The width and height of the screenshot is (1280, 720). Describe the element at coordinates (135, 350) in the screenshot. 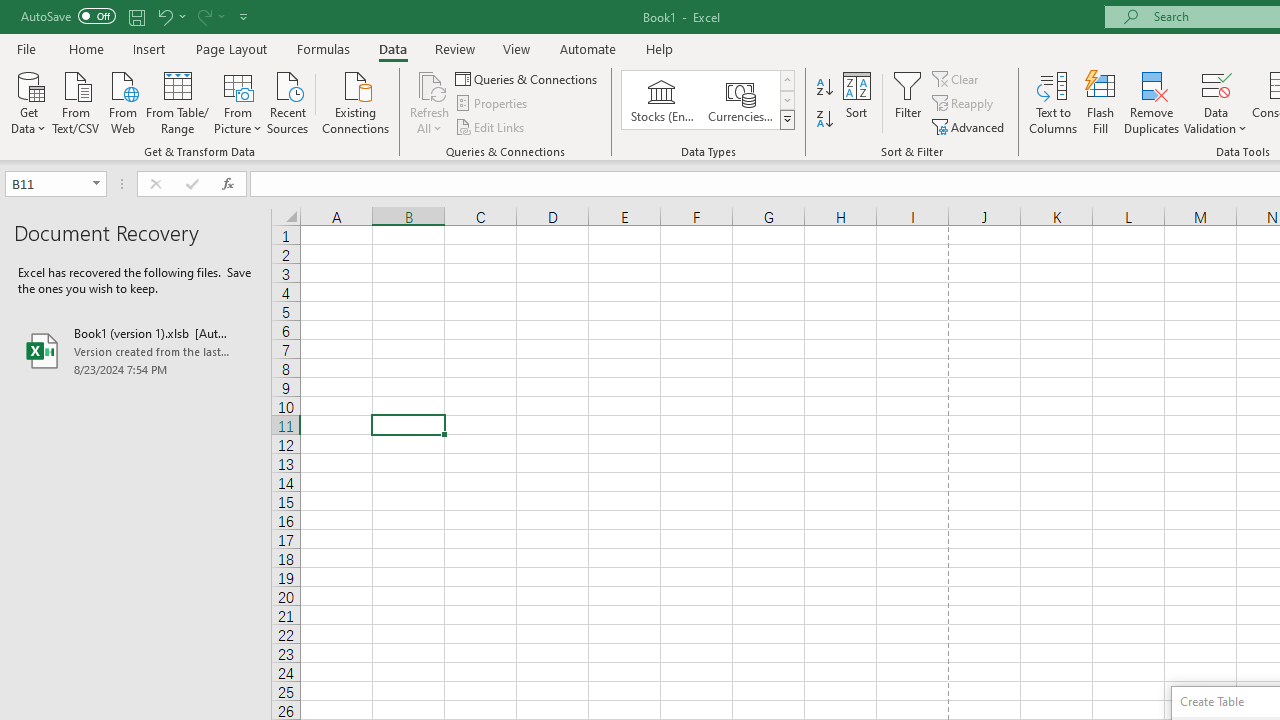

I see `'Book1 (version 1).xlsb  [AutoRecovered]'` at that location.